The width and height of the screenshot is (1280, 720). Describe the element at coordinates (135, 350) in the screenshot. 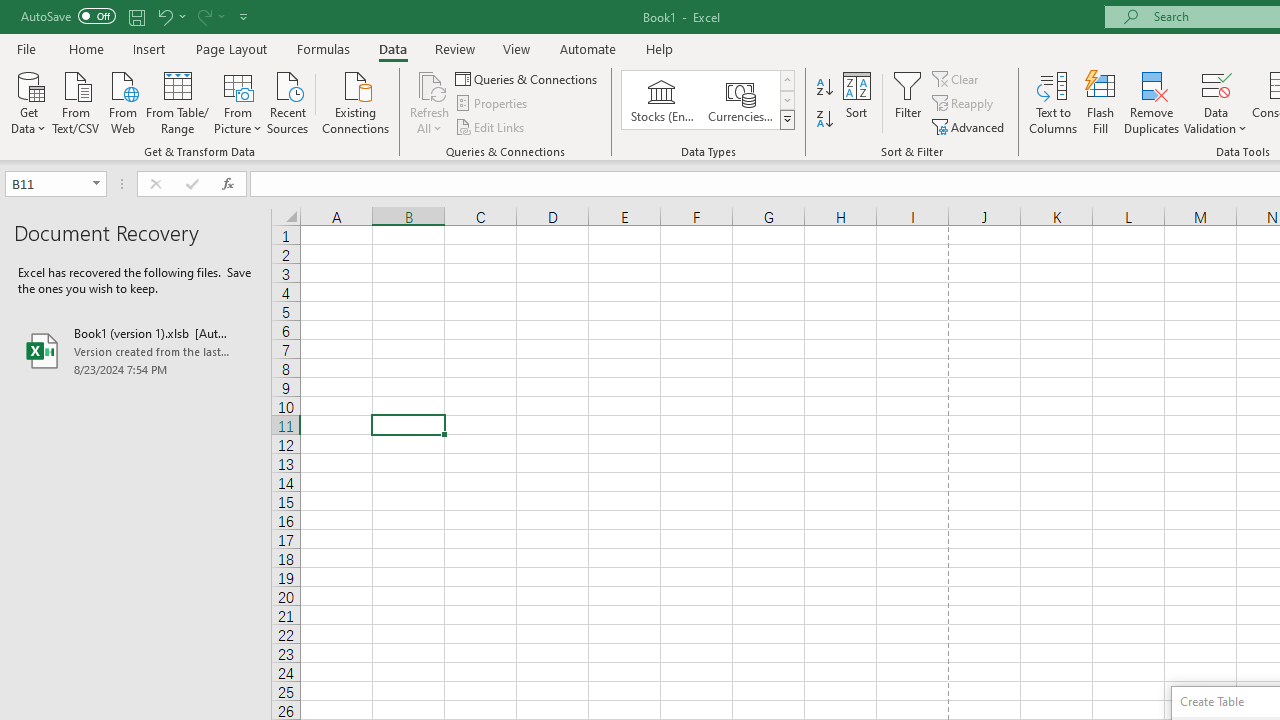

I see `'Book1 (version 1).xlsb  [AutoRecovered]'` at that location.